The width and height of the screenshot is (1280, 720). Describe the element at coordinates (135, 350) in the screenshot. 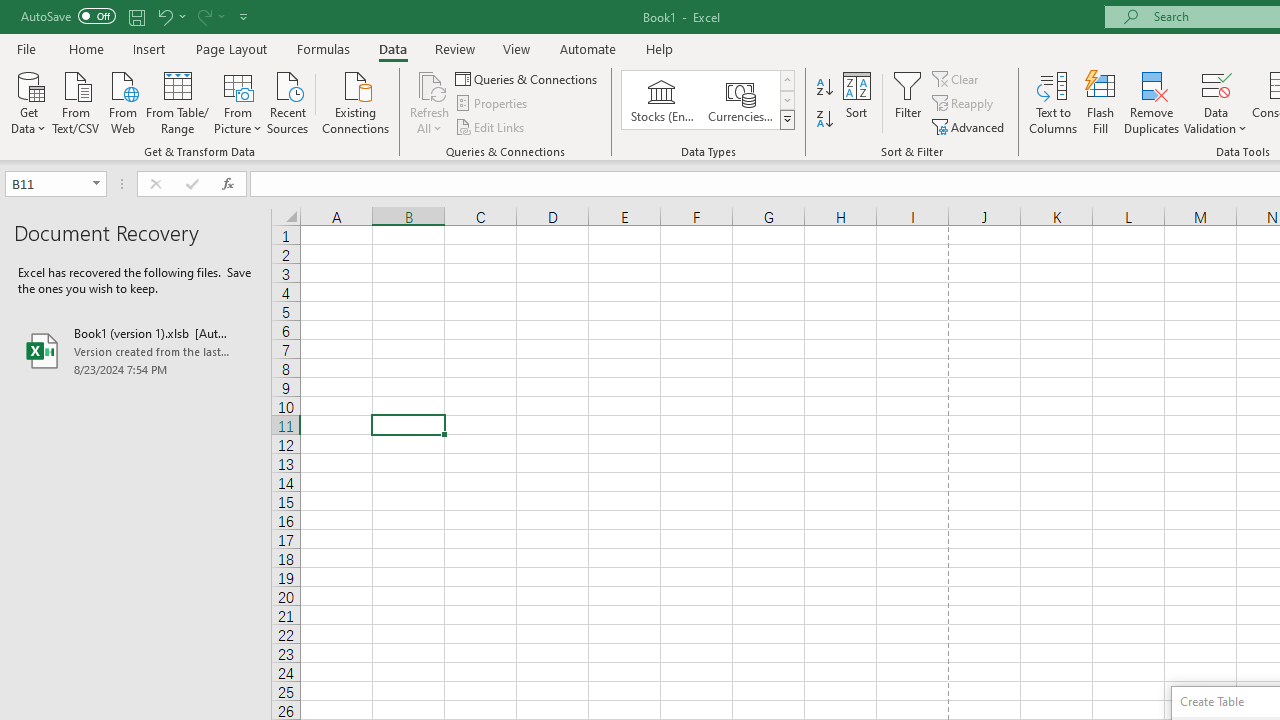

I see `'Book1 (version 1).xlsb  [AutoRecovered]'` at that location.